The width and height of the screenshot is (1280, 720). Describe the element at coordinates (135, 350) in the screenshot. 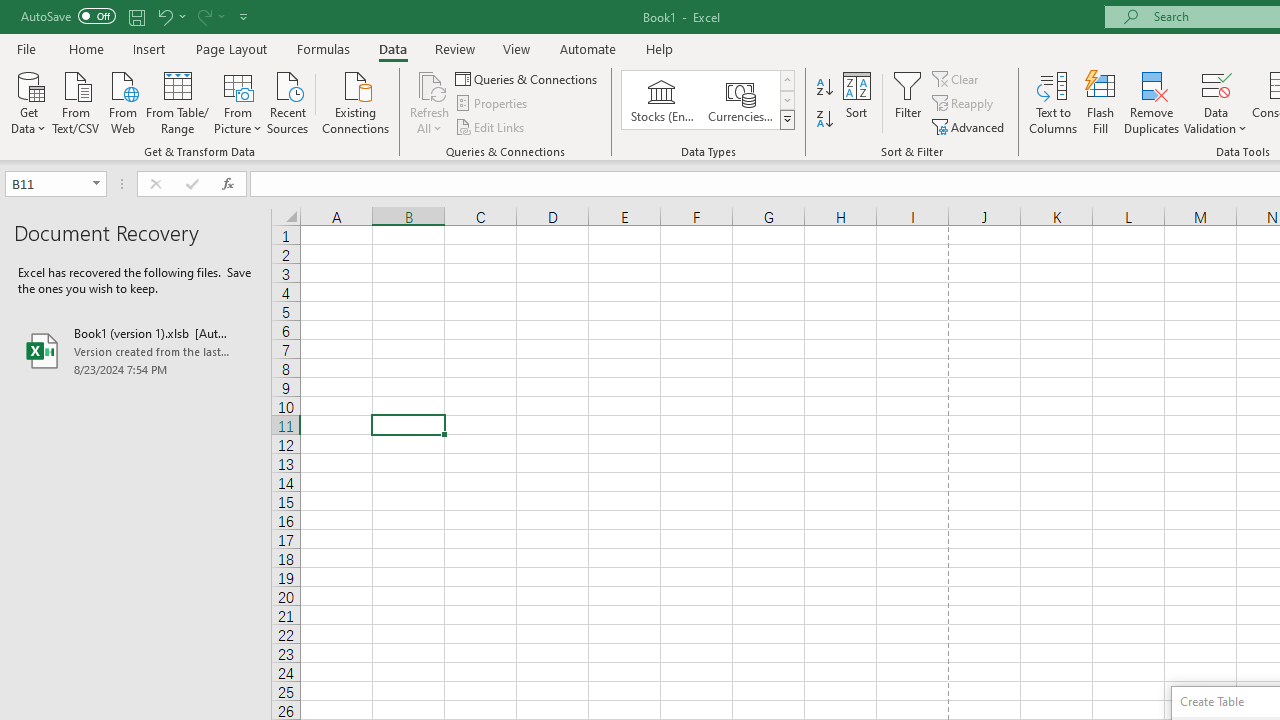

I see `'Book1 (version 1).xlsb  [AutoRecovered]'` at that location.